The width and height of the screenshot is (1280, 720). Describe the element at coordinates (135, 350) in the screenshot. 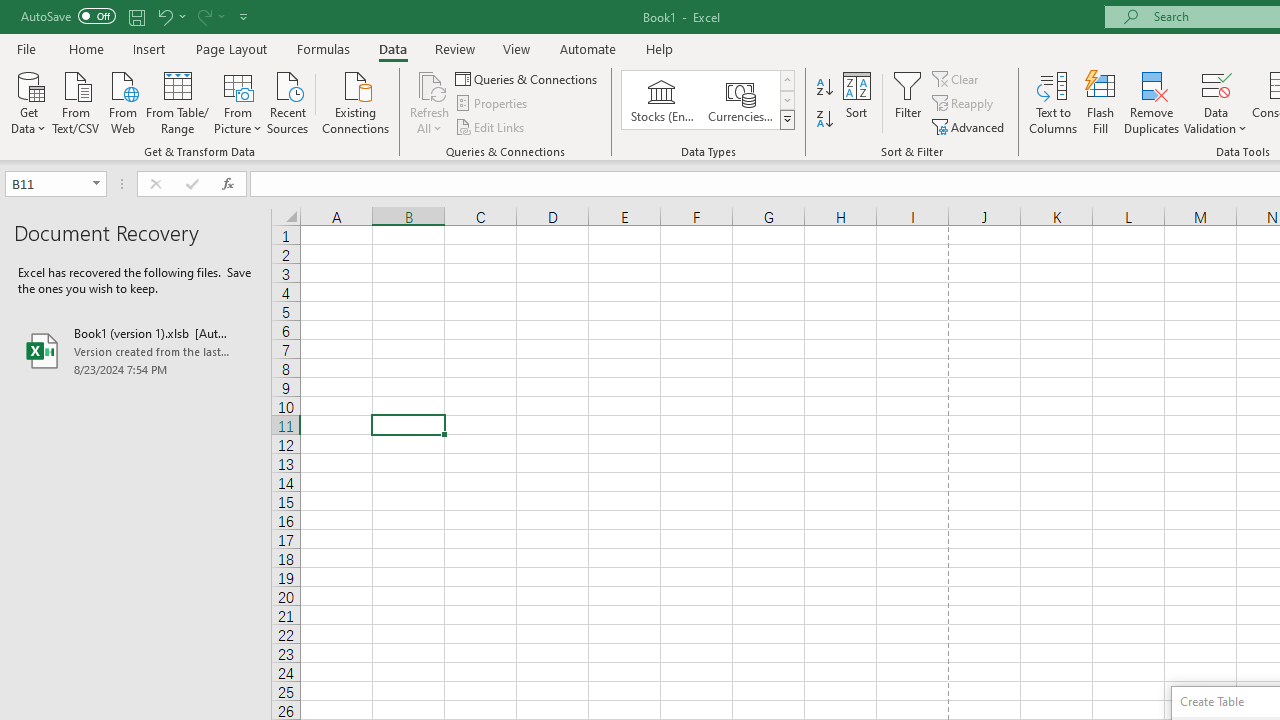

I see `'Book1 (version 1).xlsb  [AutoRecovered]'` at that location.